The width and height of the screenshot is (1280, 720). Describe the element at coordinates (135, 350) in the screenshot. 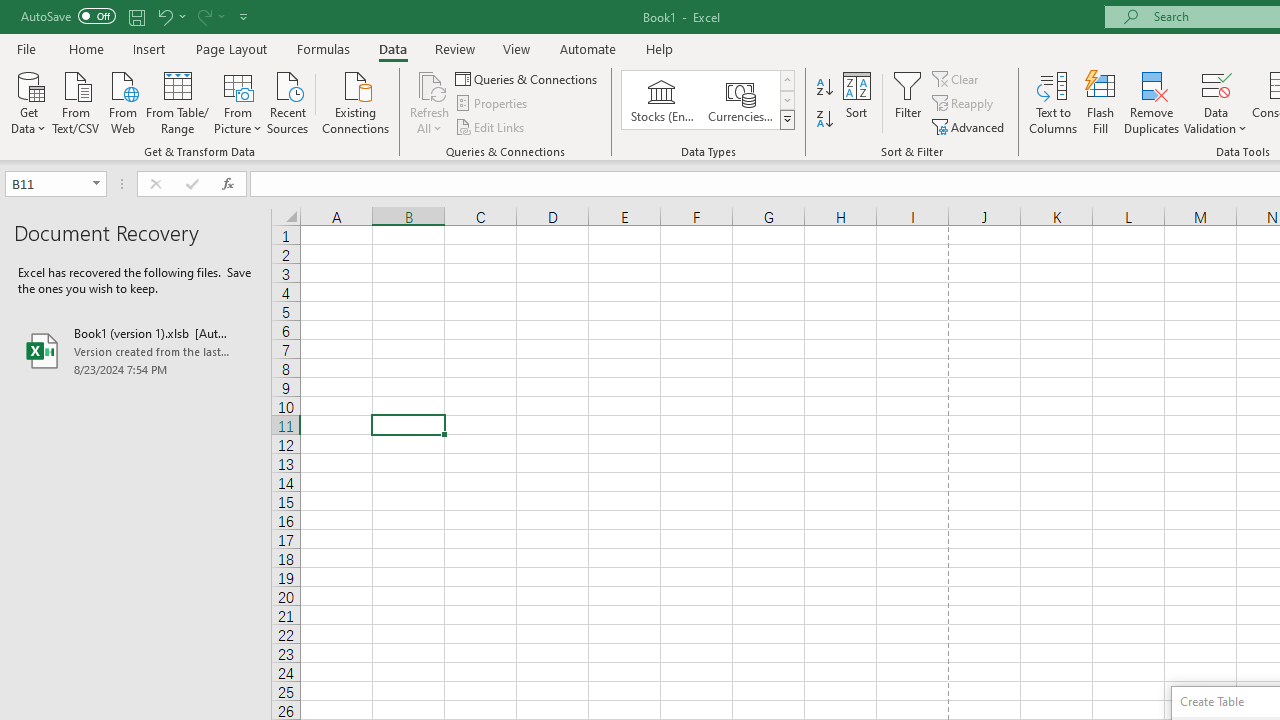

I see `'Book1 (version 1).xlsb  [AutoRecovered]'` at that location.